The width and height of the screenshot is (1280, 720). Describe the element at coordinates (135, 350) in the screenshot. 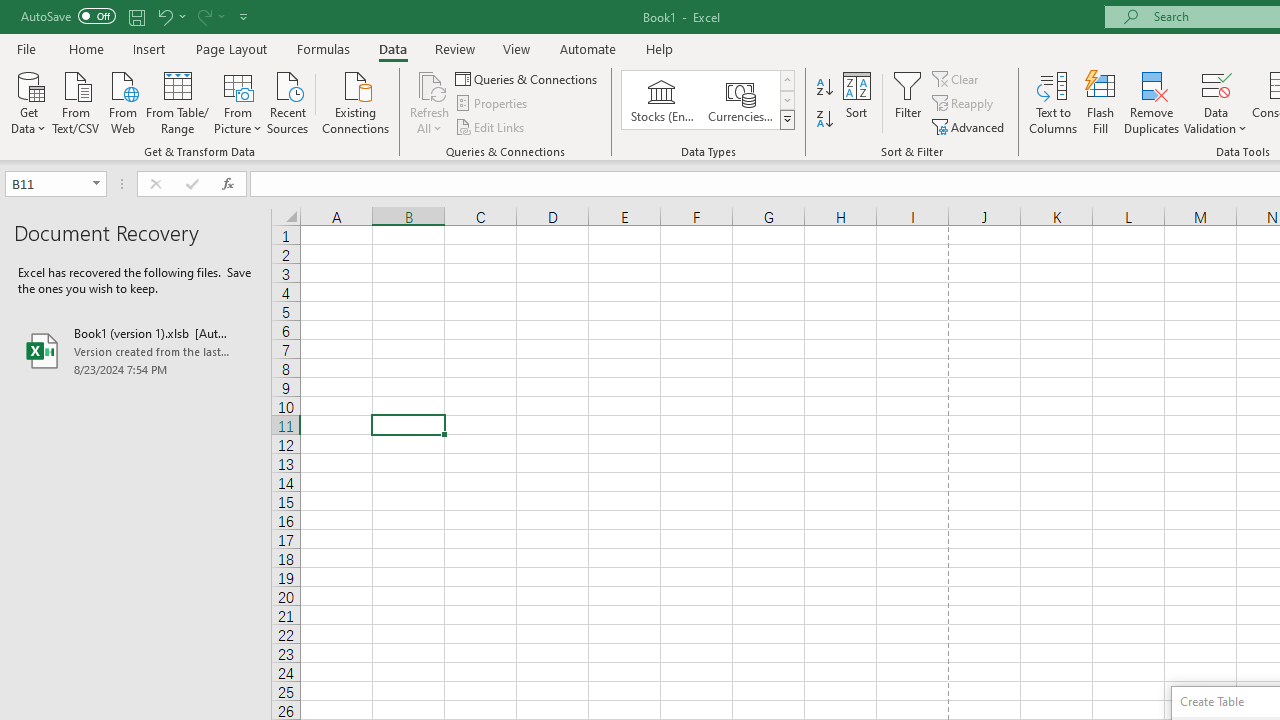

I see `'Book1 (version 1).xlsb  [AutoRecovered]'` at that location.